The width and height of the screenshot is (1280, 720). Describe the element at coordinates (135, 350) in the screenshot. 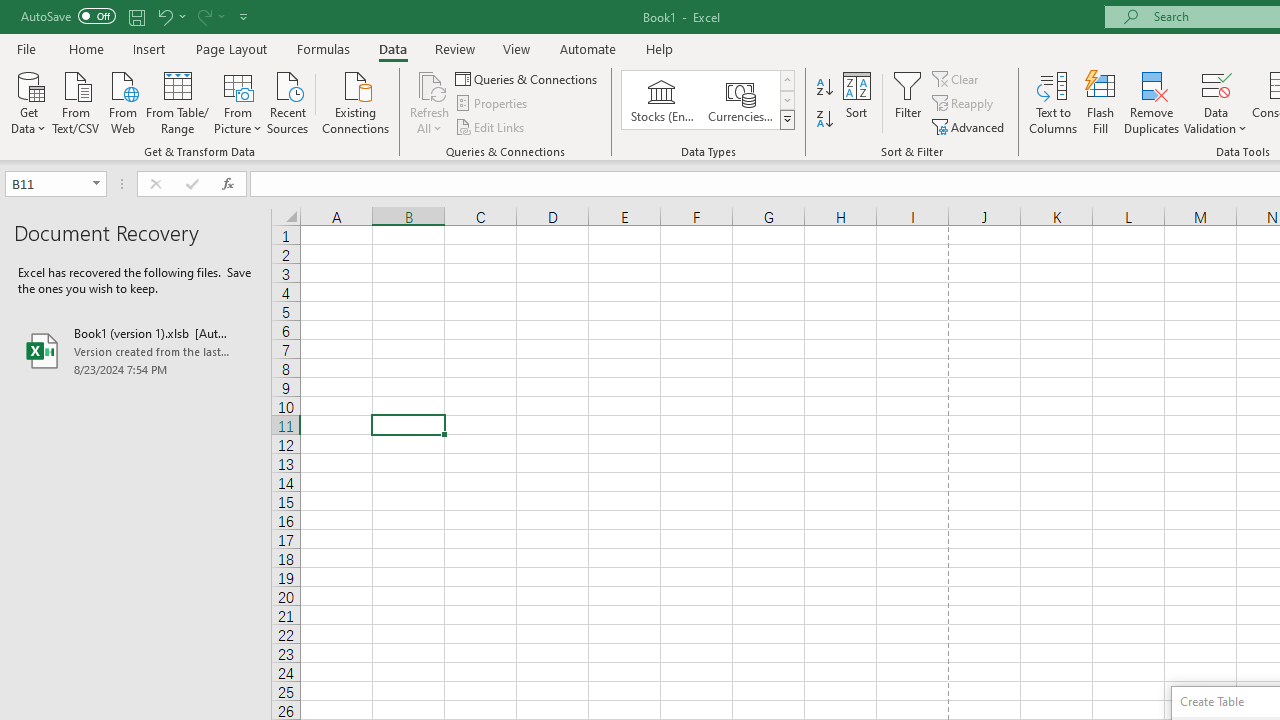

I see `'Book1 (version 1).xlsb  [AutoRecovered]'` at that location.